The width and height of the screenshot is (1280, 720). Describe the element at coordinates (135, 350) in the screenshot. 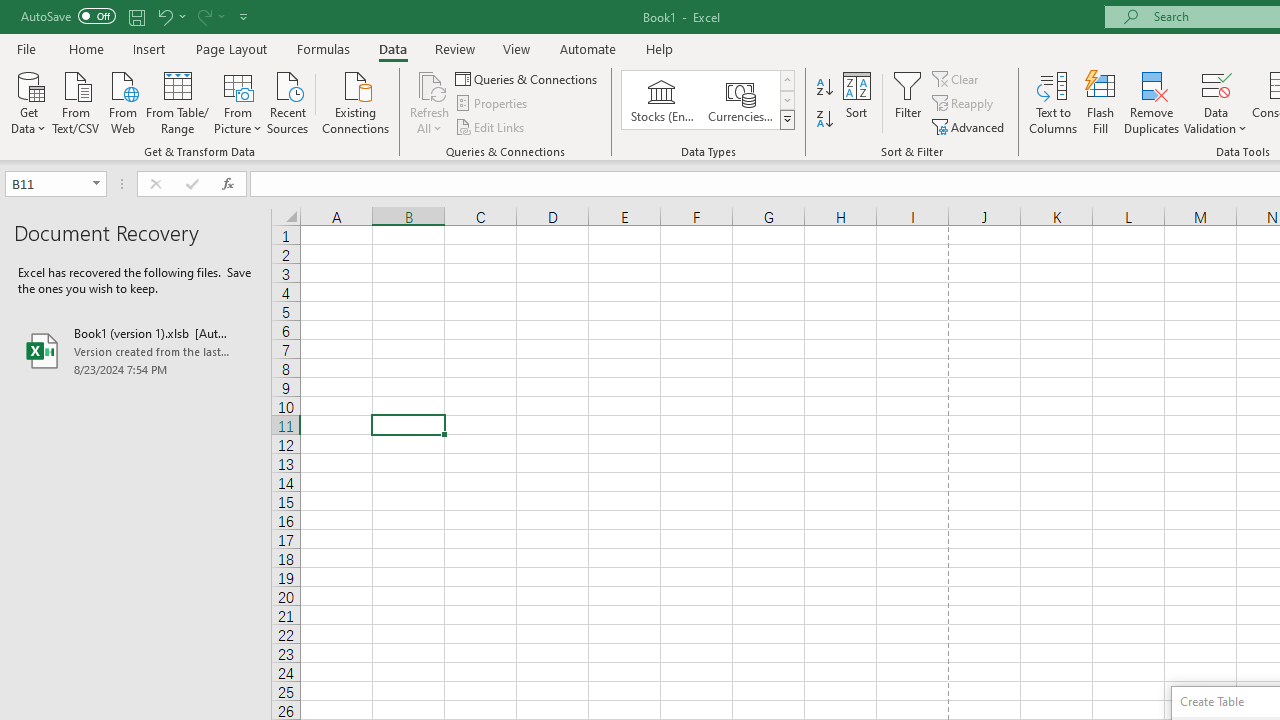

I see `'Book1 (version 1).xlsb  [AutoRecovered]'` at that location.